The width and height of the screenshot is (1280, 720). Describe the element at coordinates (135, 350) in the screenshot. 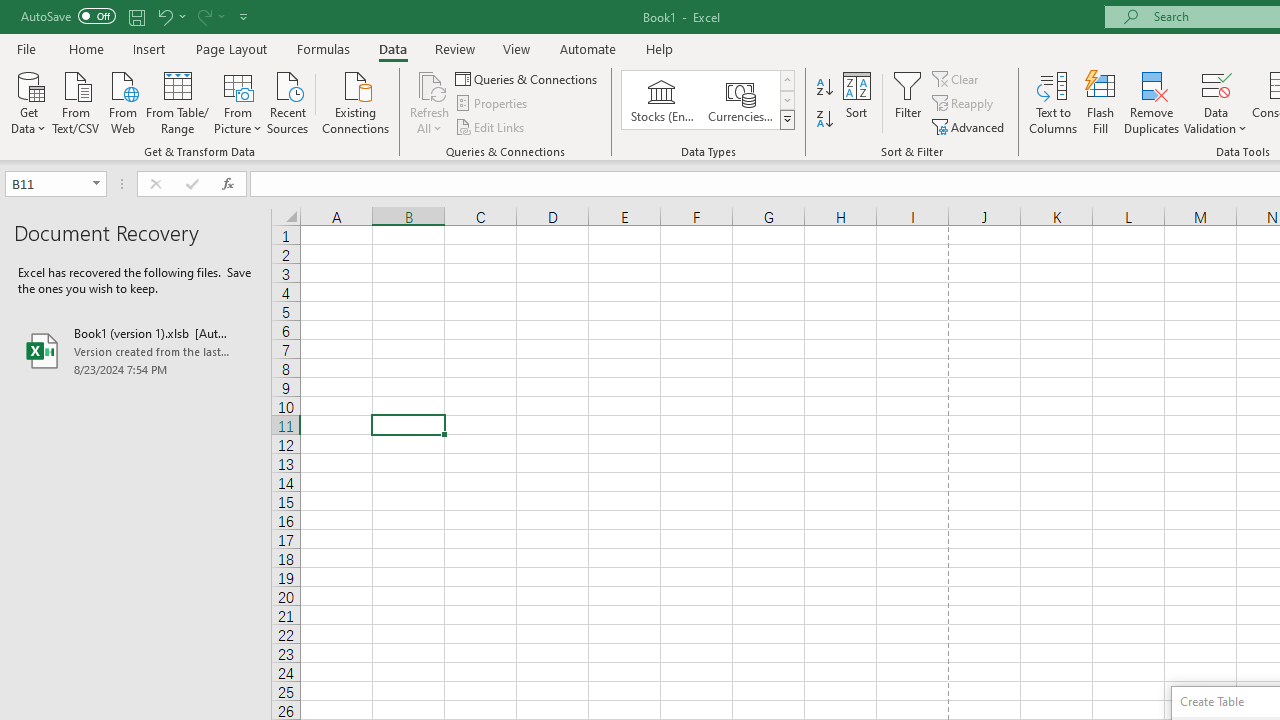

I see `'Book1 (version 1).xlsb  [AutoRecovered]'` at that location.